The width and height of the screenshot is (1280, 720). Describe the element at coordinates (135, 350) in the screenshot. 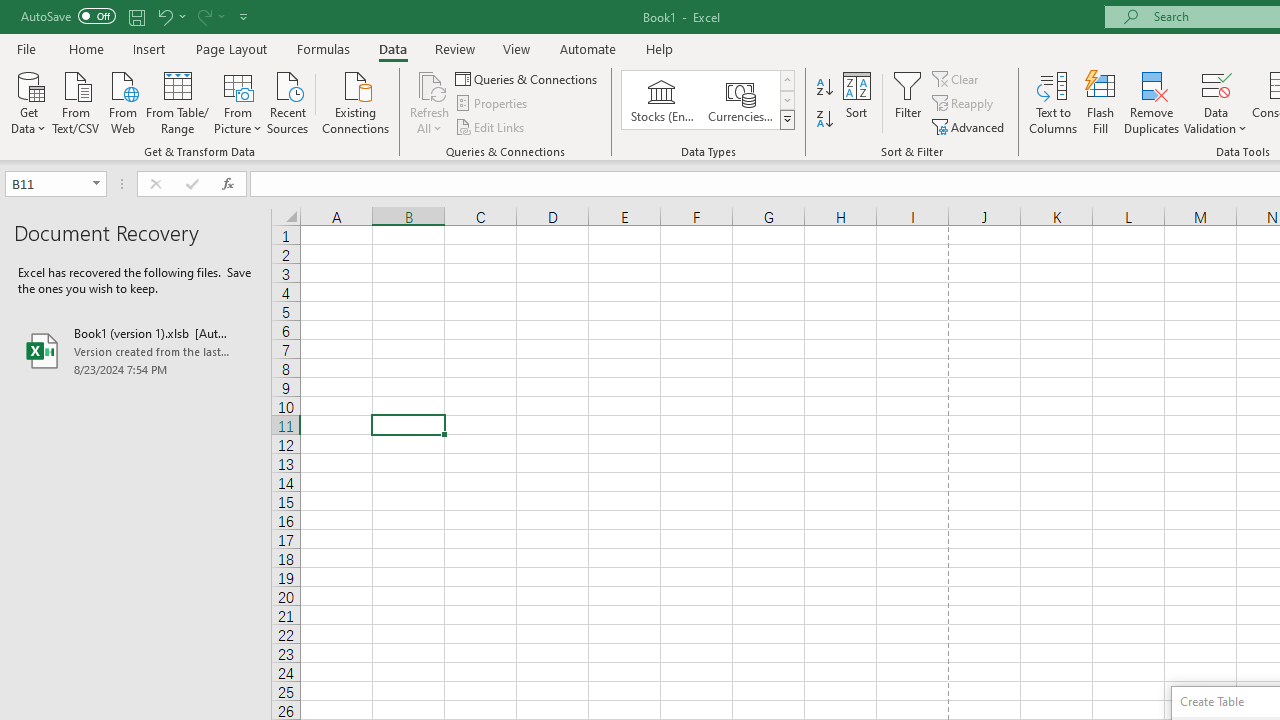

I see `'Book1 (version 1).xlsb  [AutoRecovered]'` at that location.